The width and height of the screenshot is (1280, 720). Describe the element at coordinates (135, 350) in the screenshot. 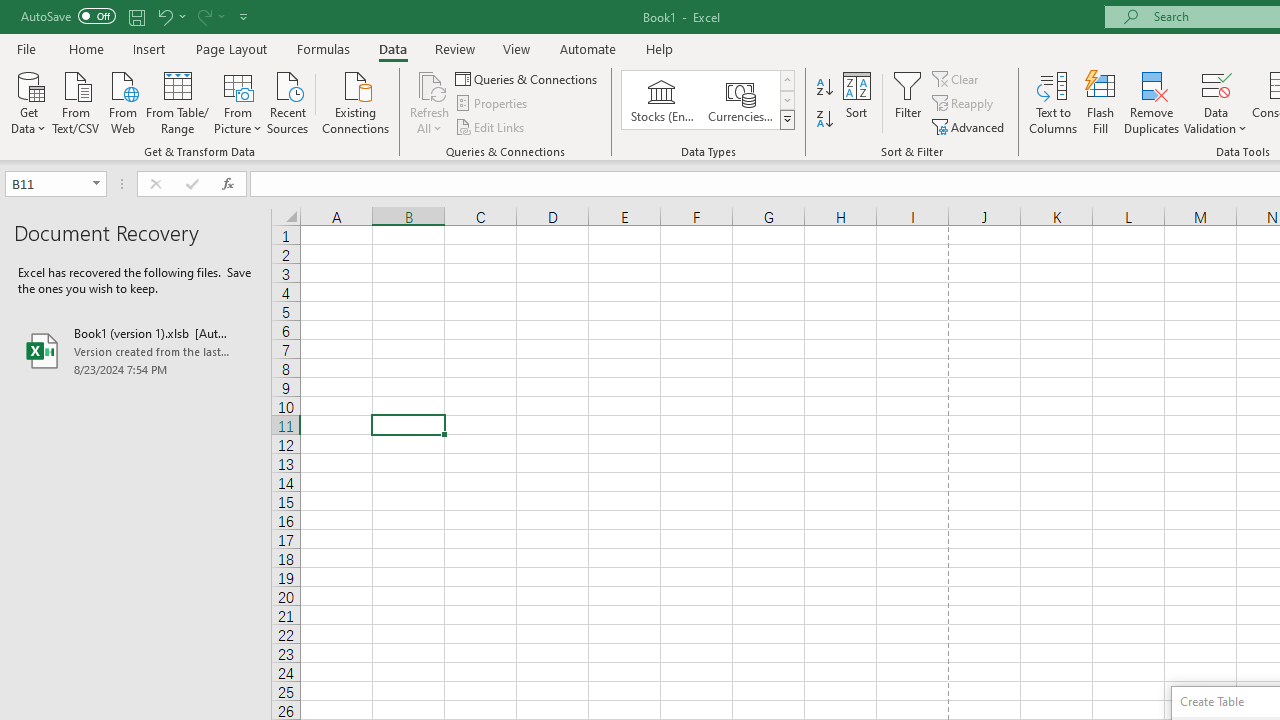

I see `'Book1 (version 1).xlsb  [AutoRecovered]'` at that location.